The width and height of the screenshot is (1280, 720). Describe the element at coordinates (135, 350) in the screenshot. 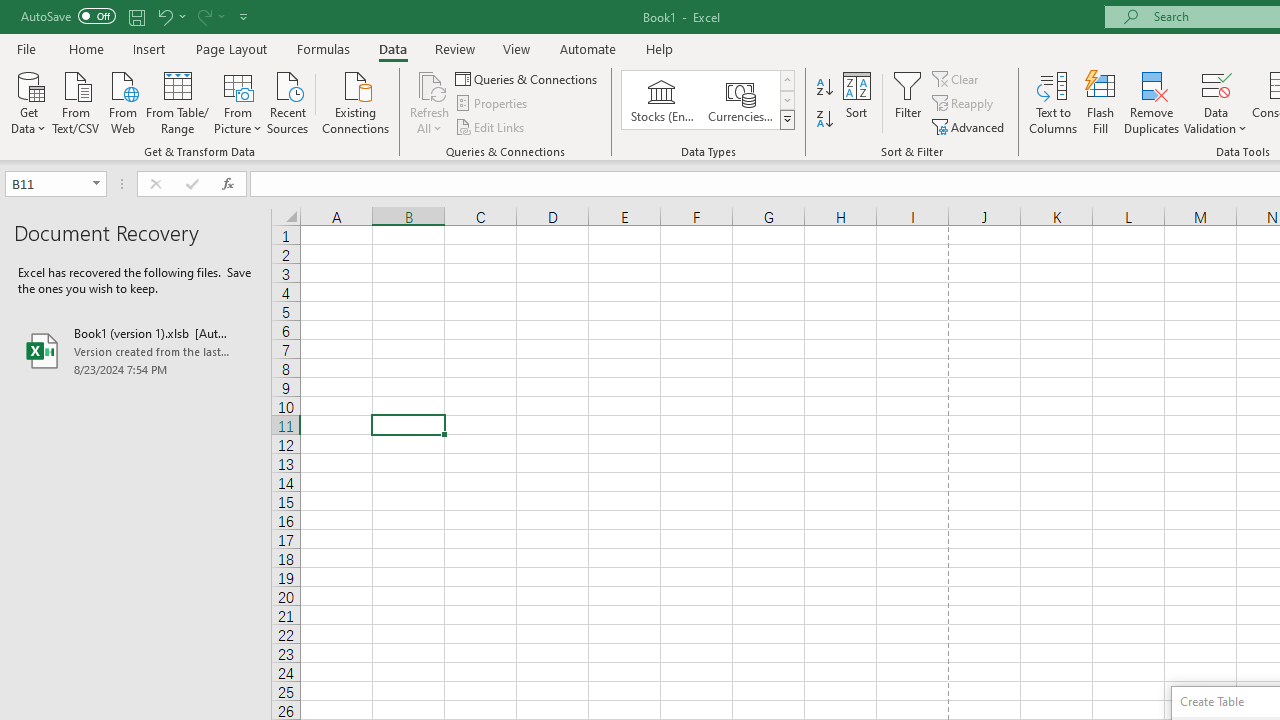

I see `'Book1 (version 1).xlsb  [AutoRecovered]'` at that location.